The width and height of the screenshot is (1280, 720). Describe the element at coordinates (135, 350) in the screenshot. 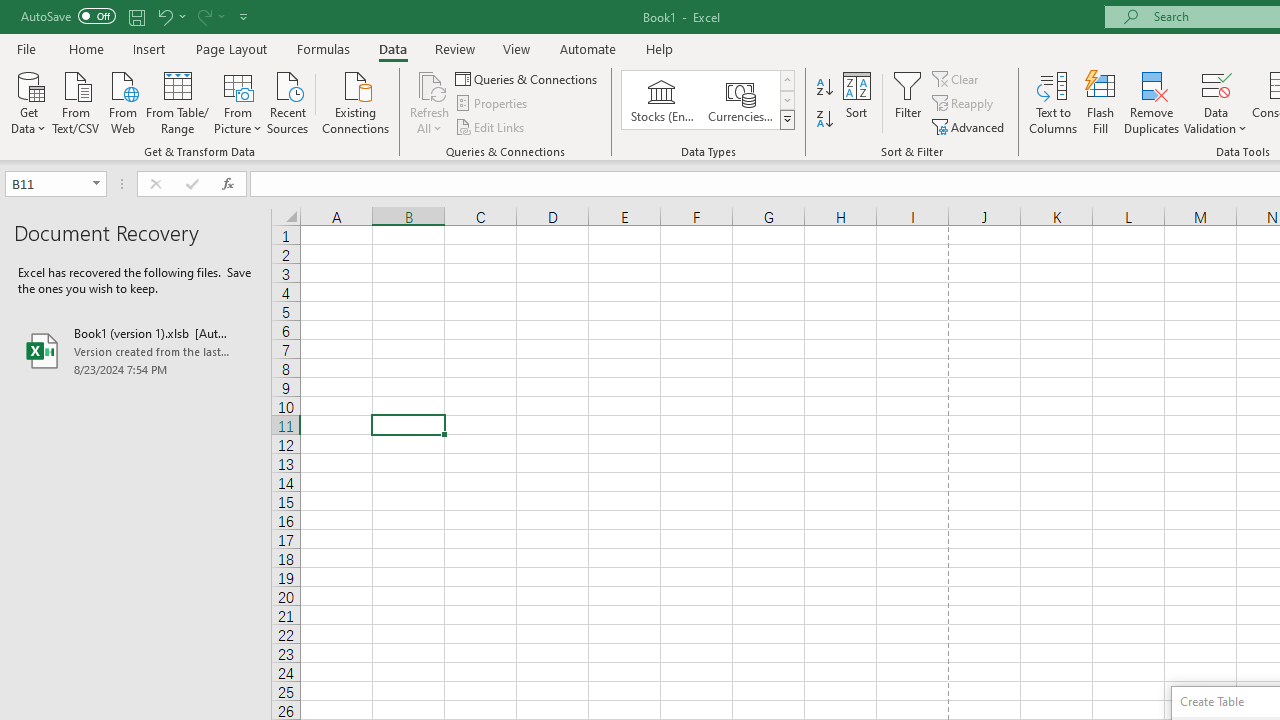

I see `'Book1 (version 1).xlsb  [AutoRecovered]'` at that location.